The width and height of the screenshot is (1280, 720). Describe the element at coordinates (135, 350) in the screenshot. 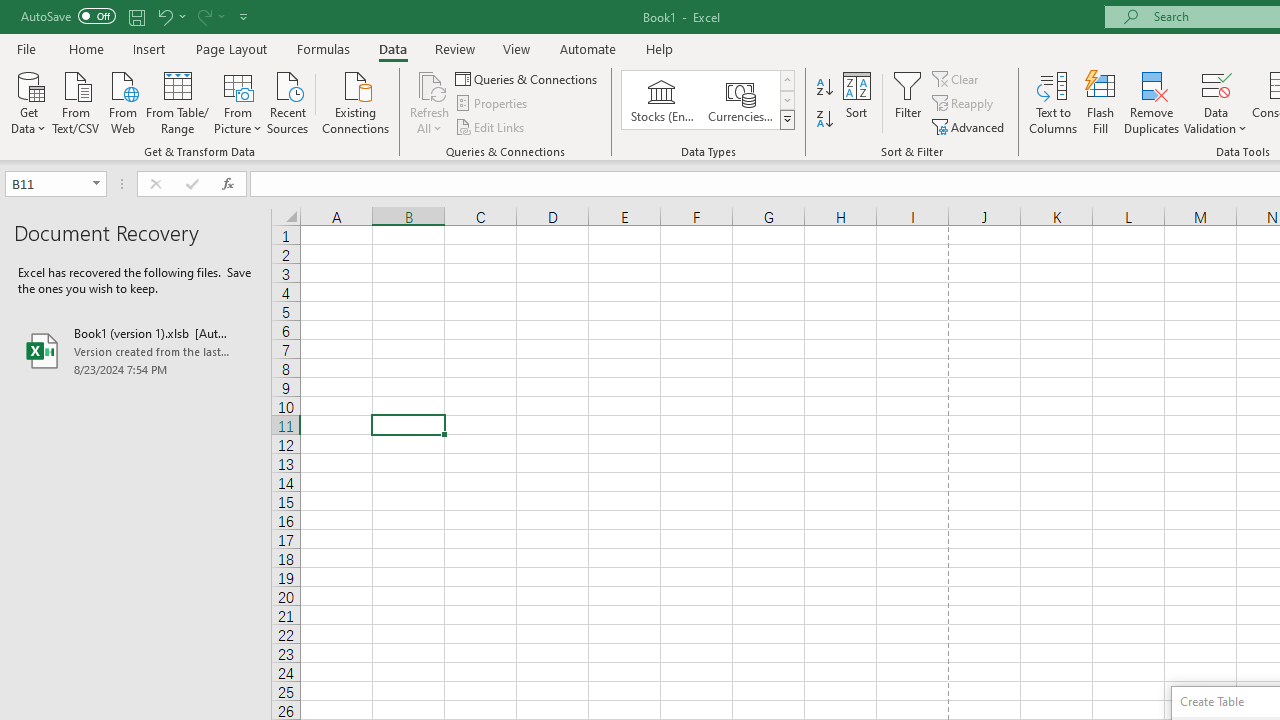

I see `'Book1 (version 1).xlsb  [AutoRecovered]'` at that location.